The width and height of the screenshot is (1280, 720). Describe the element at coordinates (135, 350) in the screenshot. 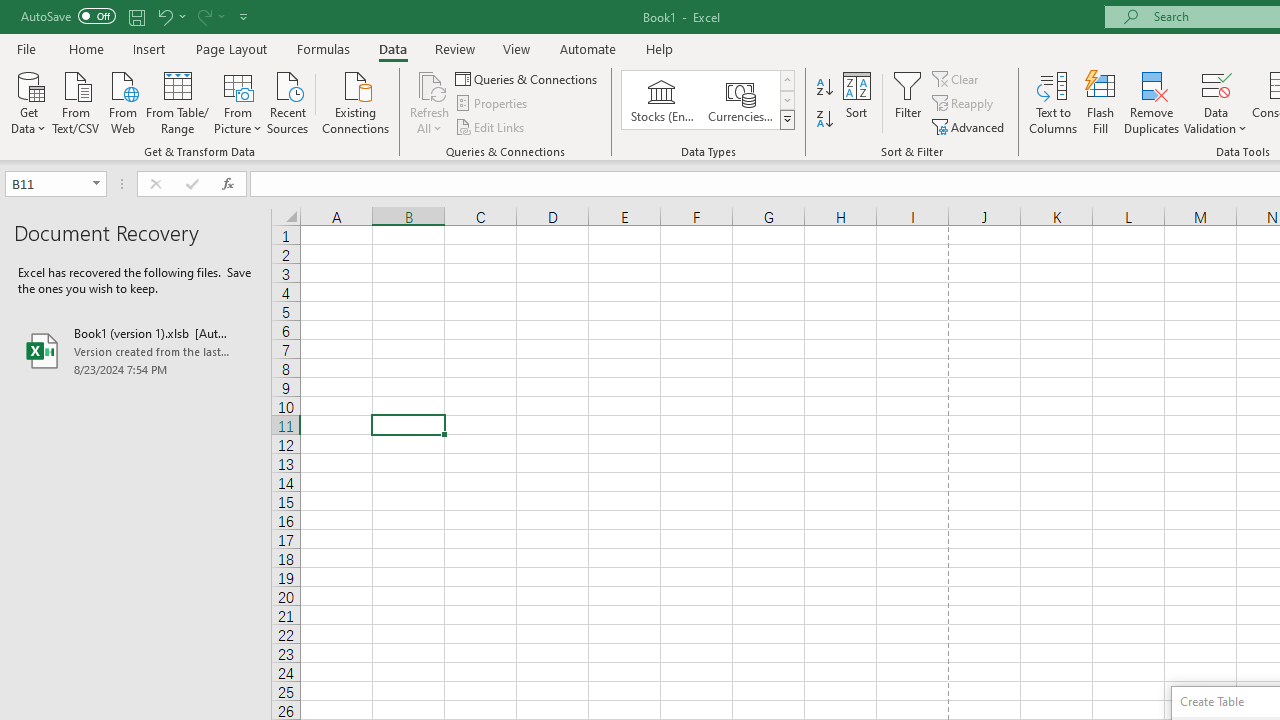

I see `'Book1 (version 1).xlsb  [AutoRecovered]'` at that location.